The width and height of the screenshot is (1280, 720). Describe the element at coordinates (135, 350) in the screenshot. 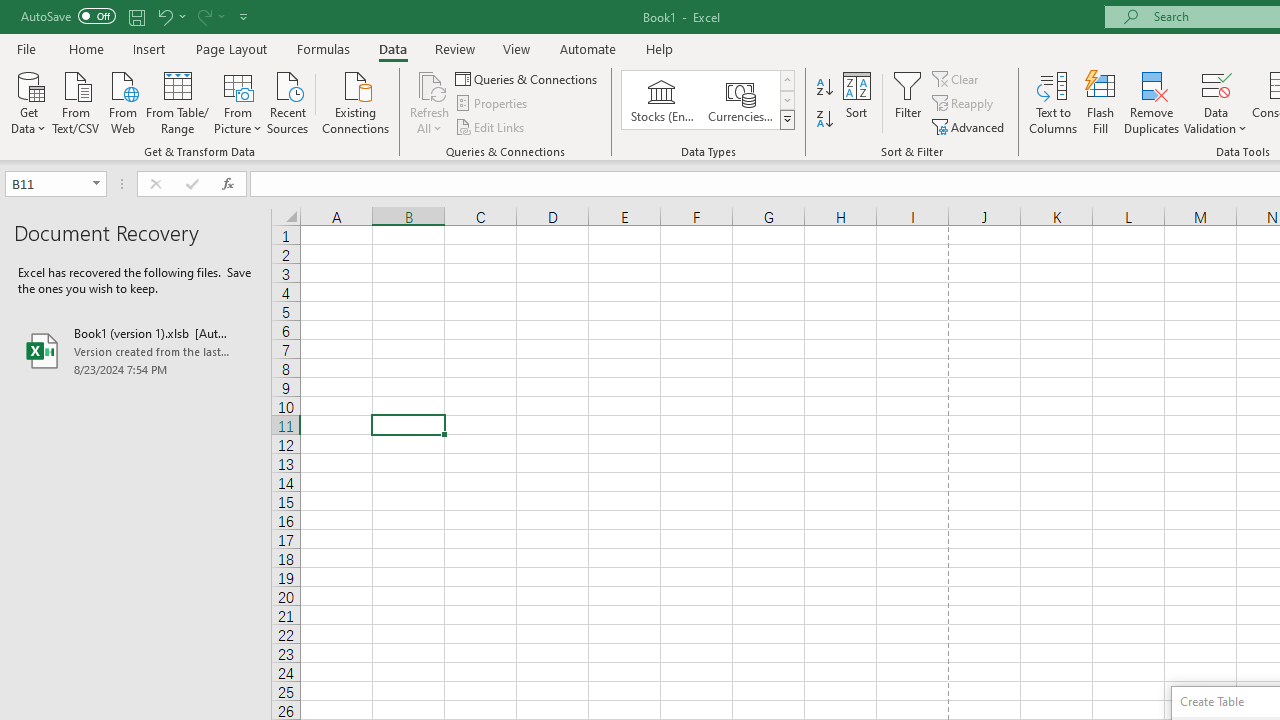

I see `'Book1 (version 1).xlsb  [AutoRecovered]'` at that location.